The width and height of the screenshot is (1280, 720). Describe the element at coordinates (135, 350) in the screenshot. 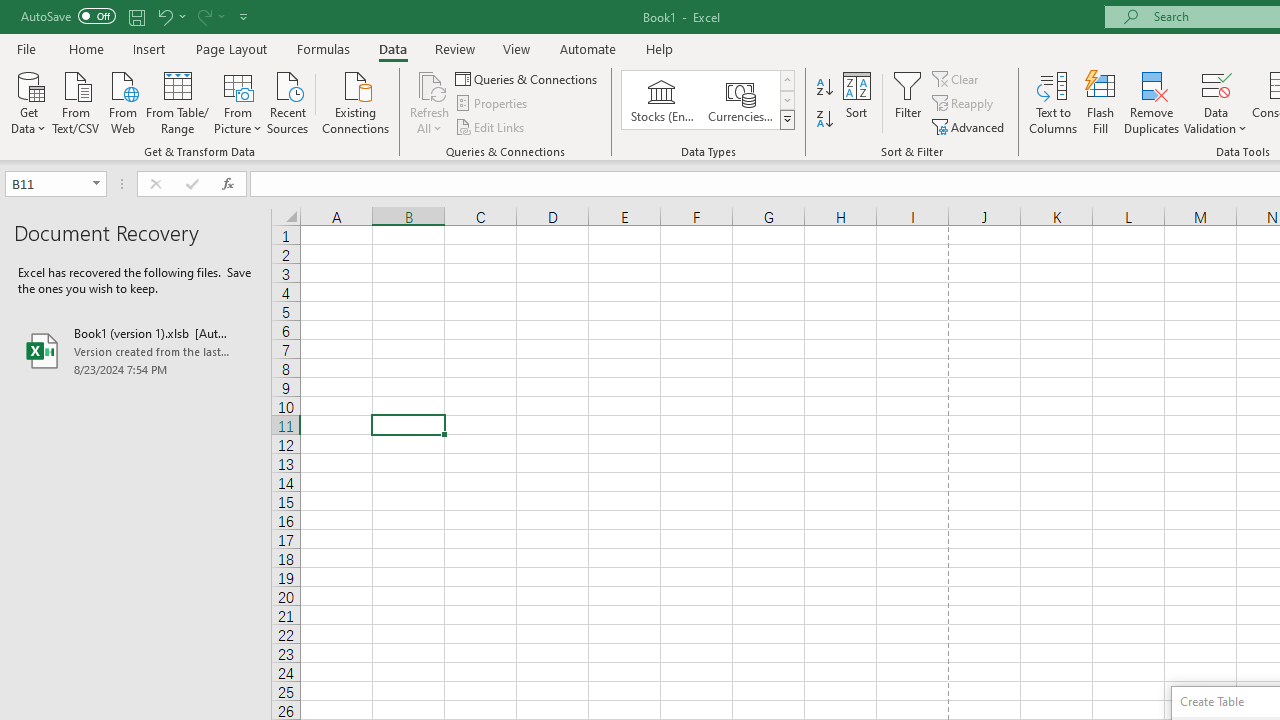

I see `'Book1 (version 1).xlsb  [AutoRecovered]'` at that location.